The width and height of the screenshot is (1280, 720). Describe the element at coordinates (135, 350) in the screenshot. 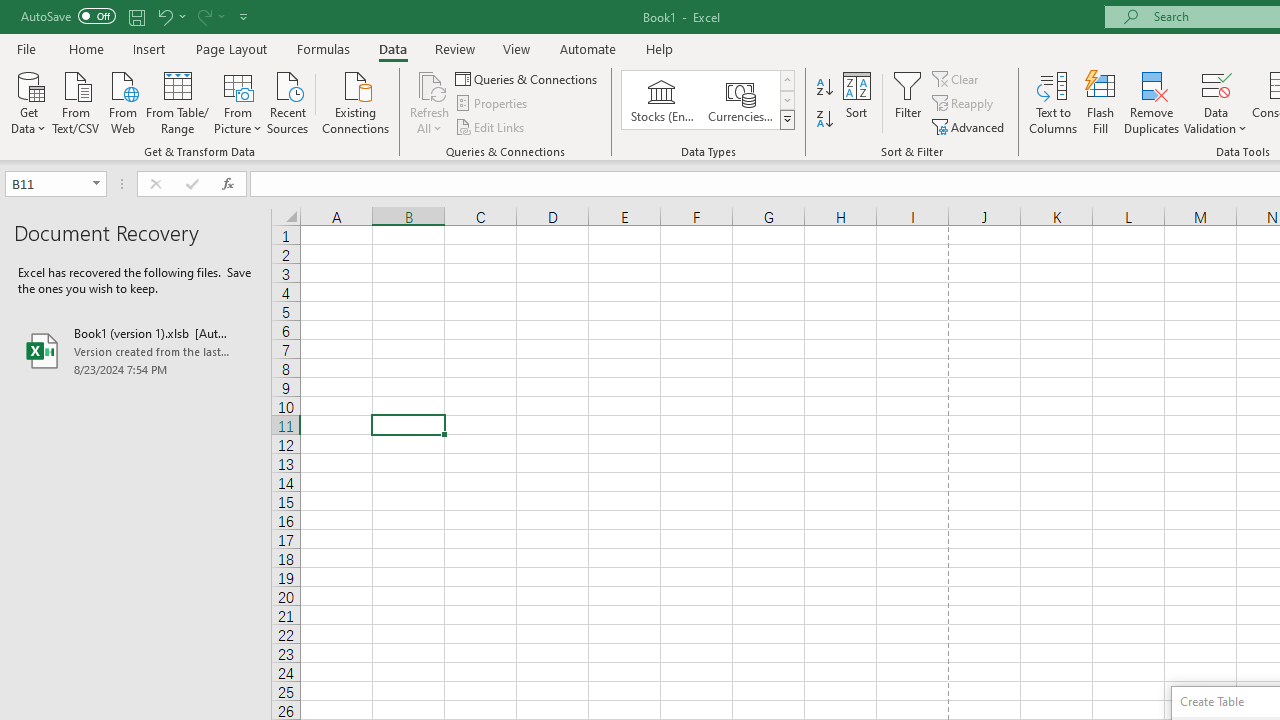

I see `'Book1 (version 1).xlsb  [AutoRecovered]'` at that location.